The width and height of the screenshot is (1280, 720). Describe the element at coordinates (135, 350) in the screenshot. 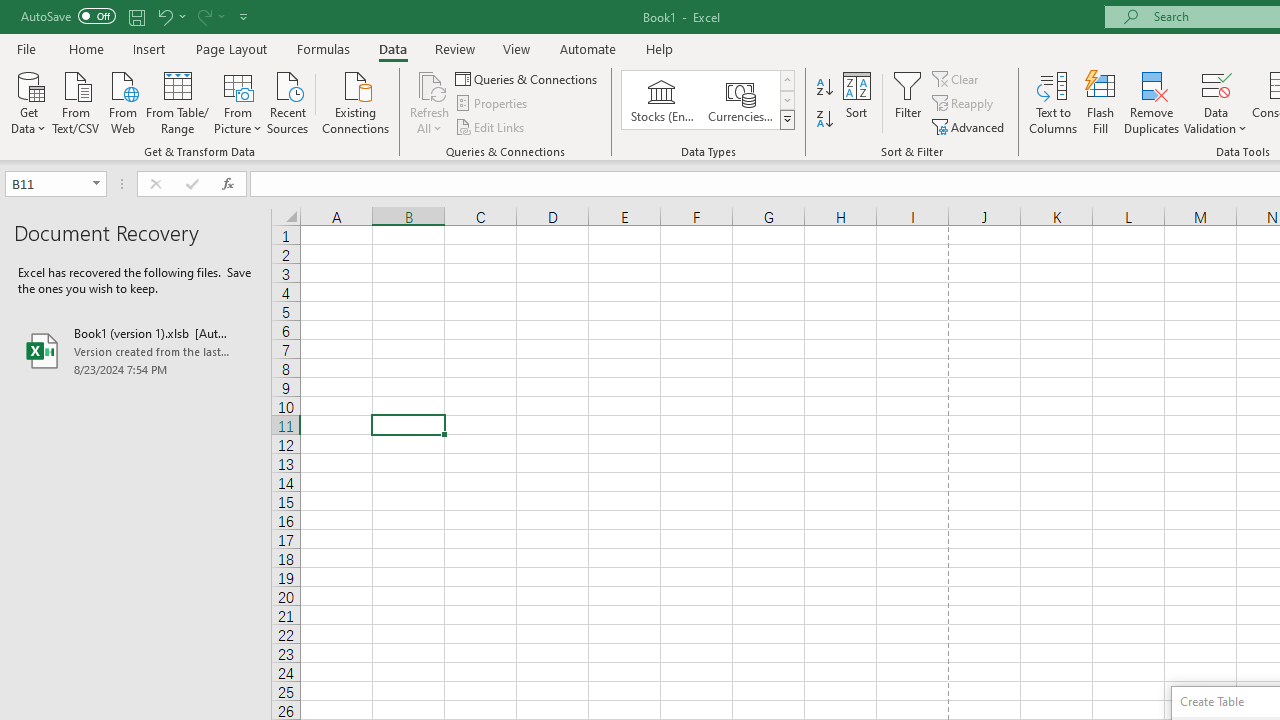

I see `'Book1 (version 1).xlsb  [AutoRecovered]'` at that location.